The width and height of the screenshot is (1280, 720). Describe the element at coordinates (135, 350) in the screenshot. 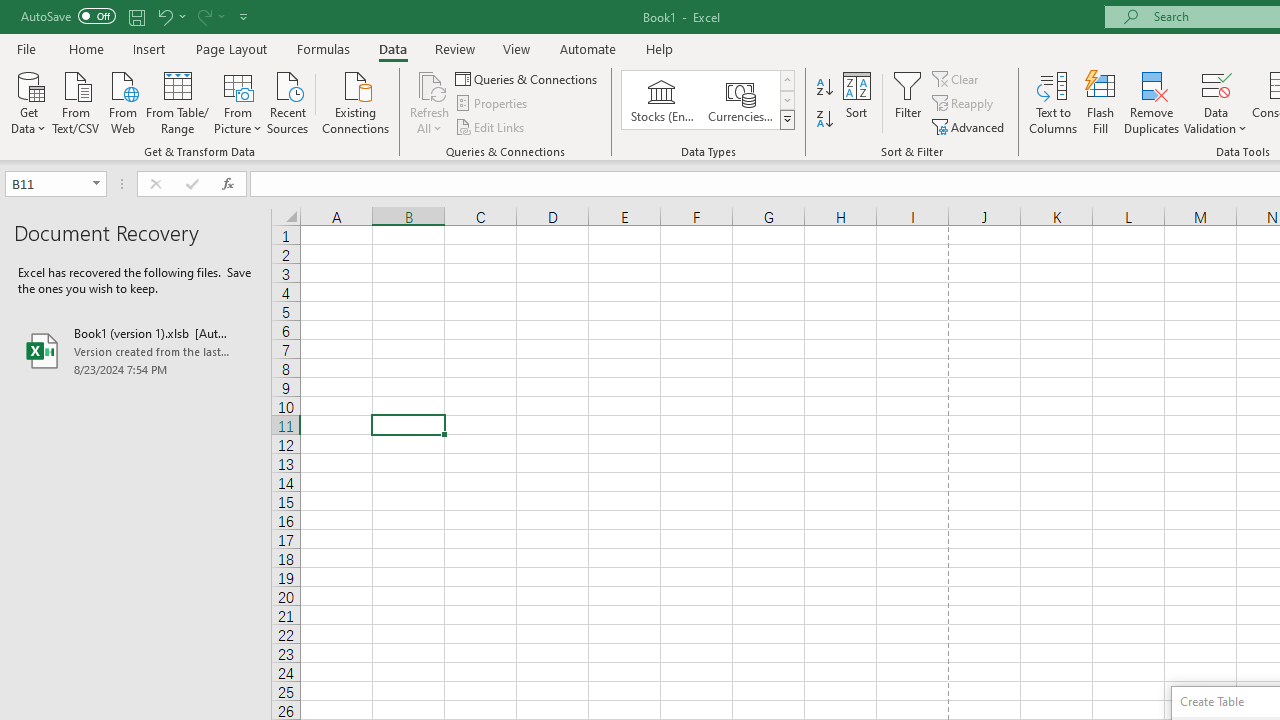

I see `'Book1 (version 1).xlsb  [AutoRecovered]'` at that location.